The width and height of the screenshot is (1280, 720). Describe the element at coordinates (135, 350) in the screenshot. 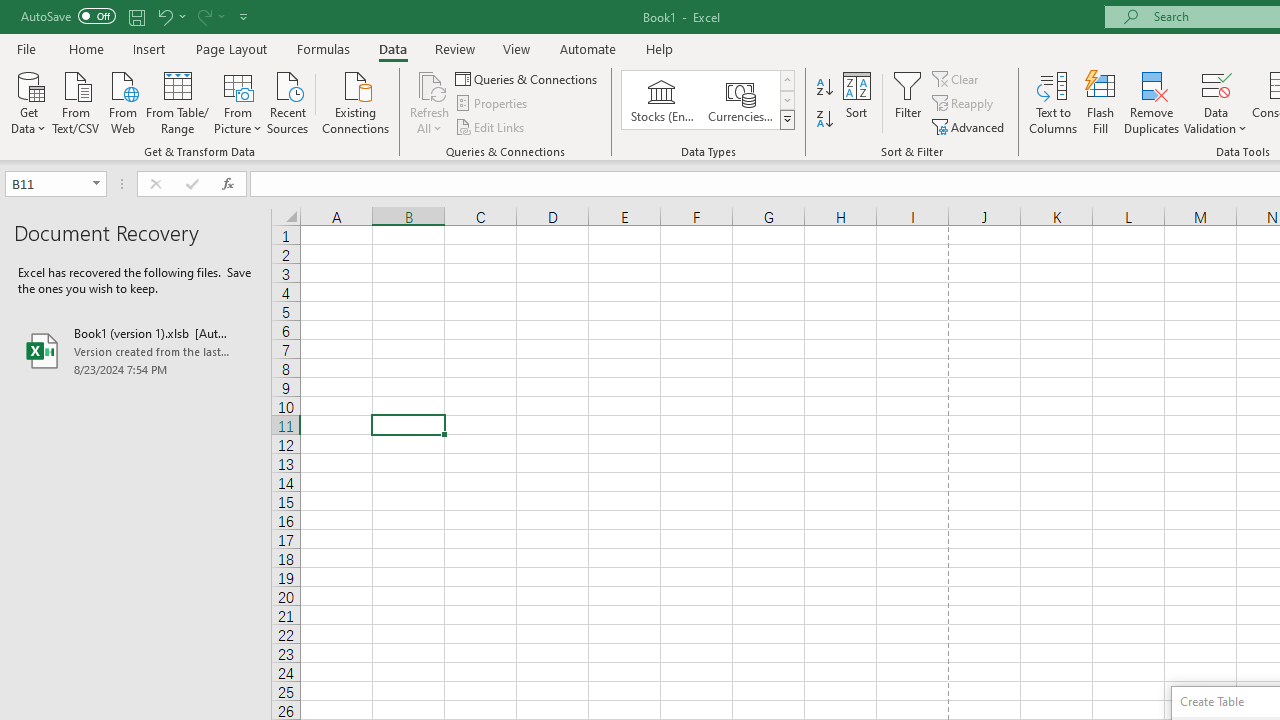

I see `'Book1 (version 1).xlsb  [AutoRecovered]'` at that location.